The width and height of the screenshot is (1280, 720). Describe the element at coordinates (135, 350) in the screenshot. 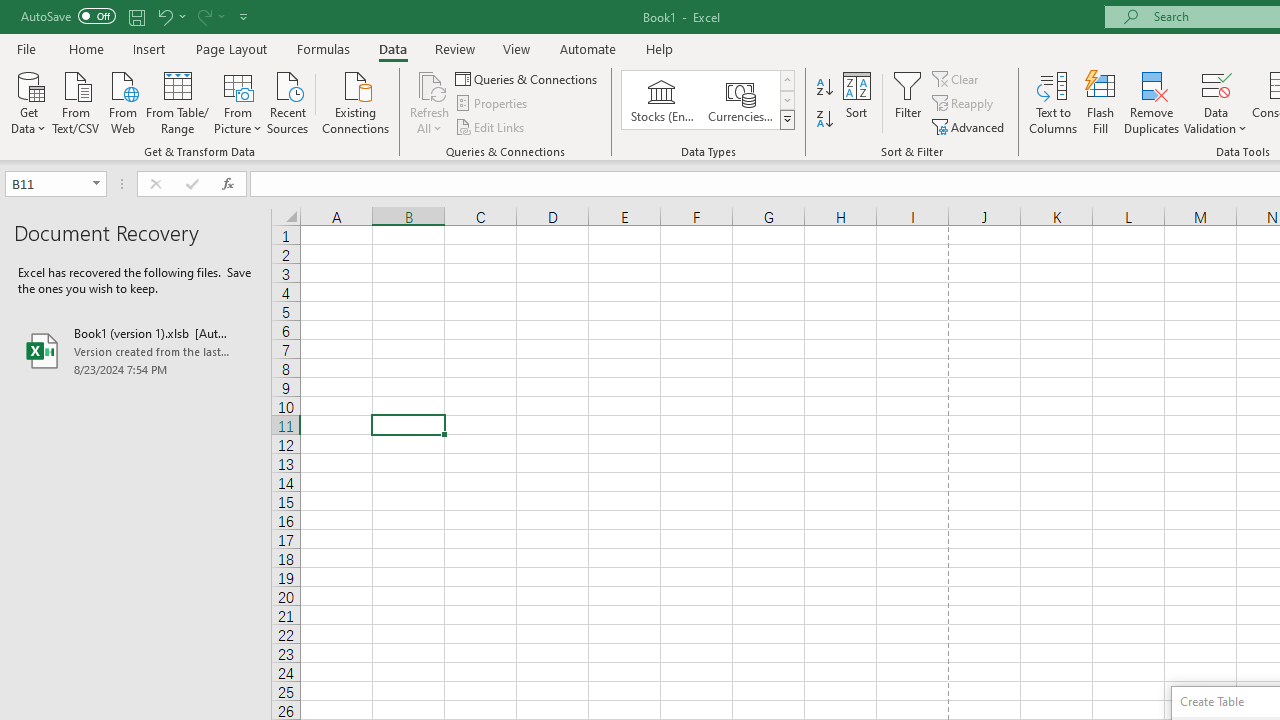

I see `'Book1 (version 1).xlsb  [AutoRecovered]'` at that location.